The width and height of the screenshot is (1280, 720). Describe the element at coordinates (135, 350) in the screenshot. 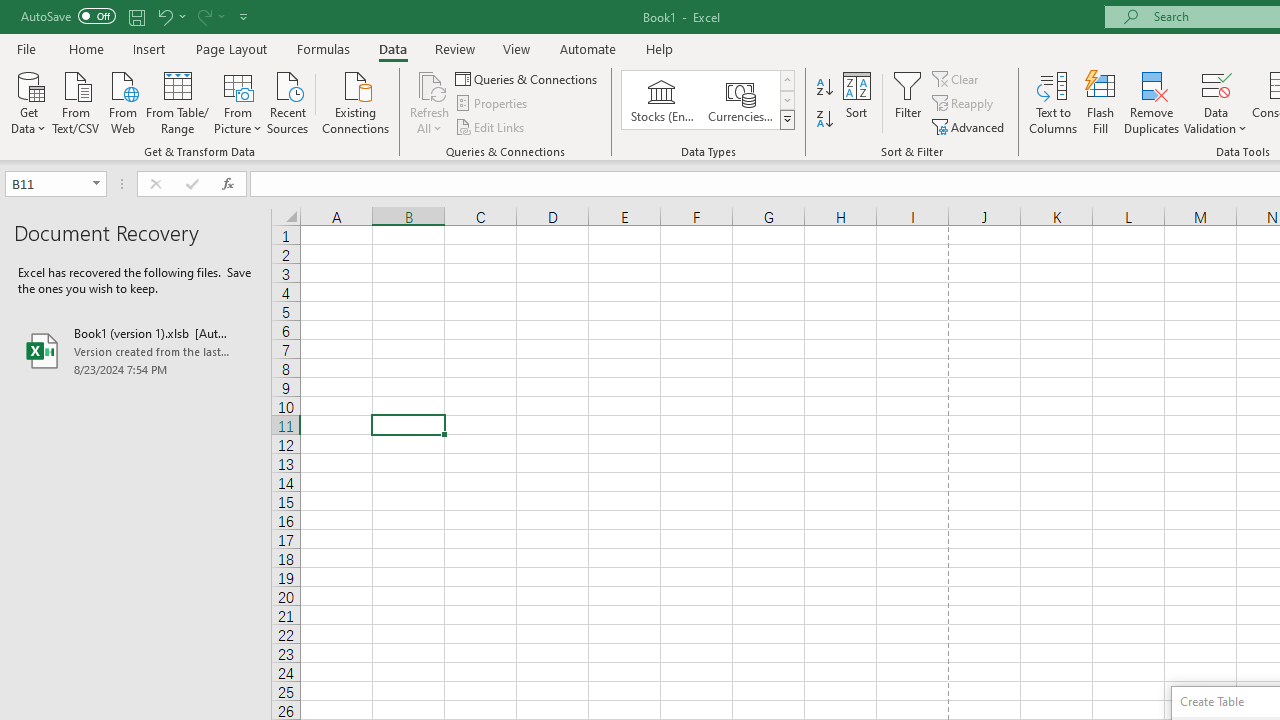

I see `'Book1 (version 1).xlsb  [AutoRecovered]'` at that location.